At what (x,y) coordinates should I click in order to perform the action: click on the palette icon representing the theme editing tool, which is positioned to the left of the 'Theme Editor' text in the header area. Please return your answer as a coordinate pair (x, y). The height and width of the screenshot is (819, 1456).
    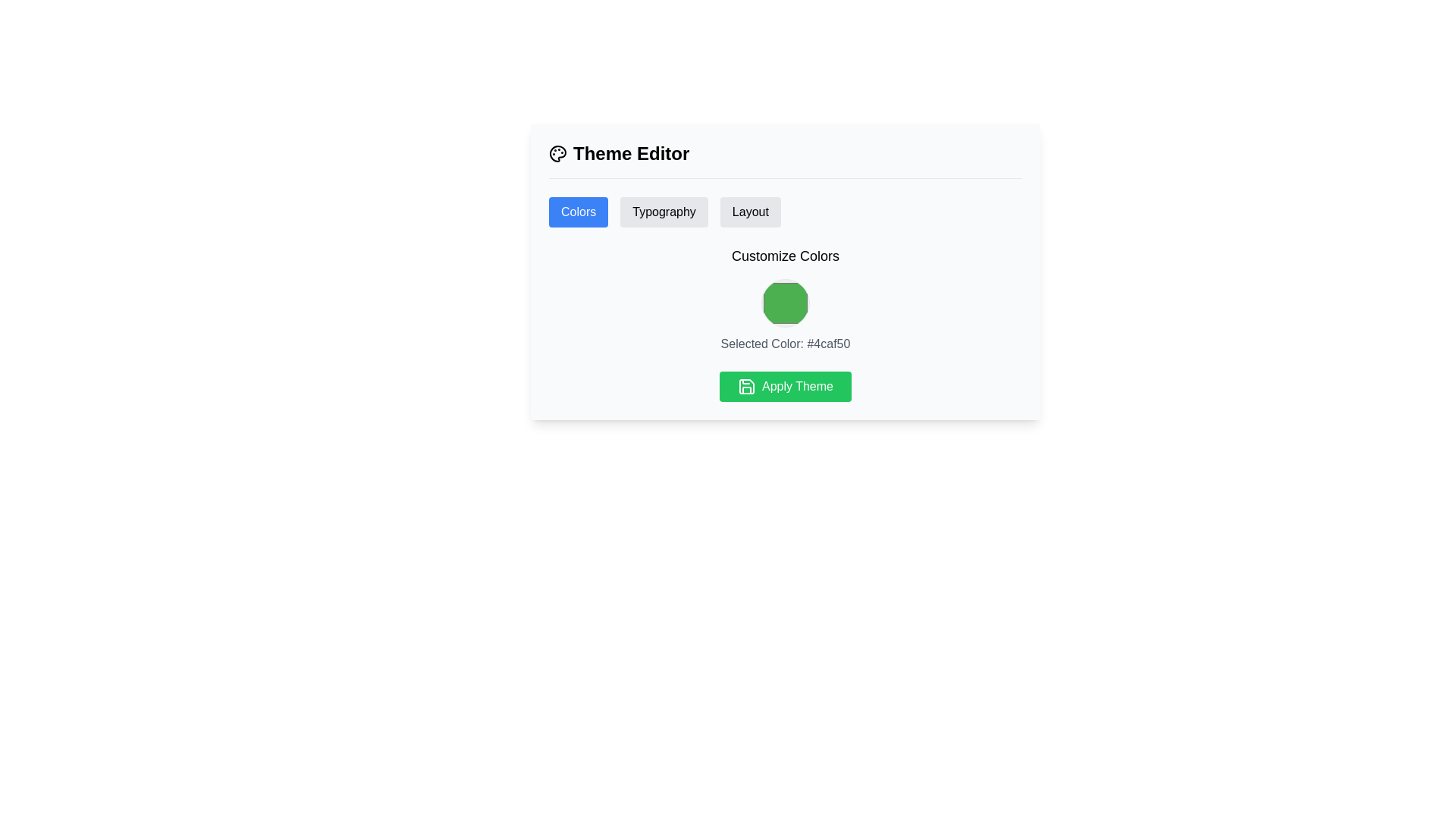
    Looking at the image, I should click on (557, 154).